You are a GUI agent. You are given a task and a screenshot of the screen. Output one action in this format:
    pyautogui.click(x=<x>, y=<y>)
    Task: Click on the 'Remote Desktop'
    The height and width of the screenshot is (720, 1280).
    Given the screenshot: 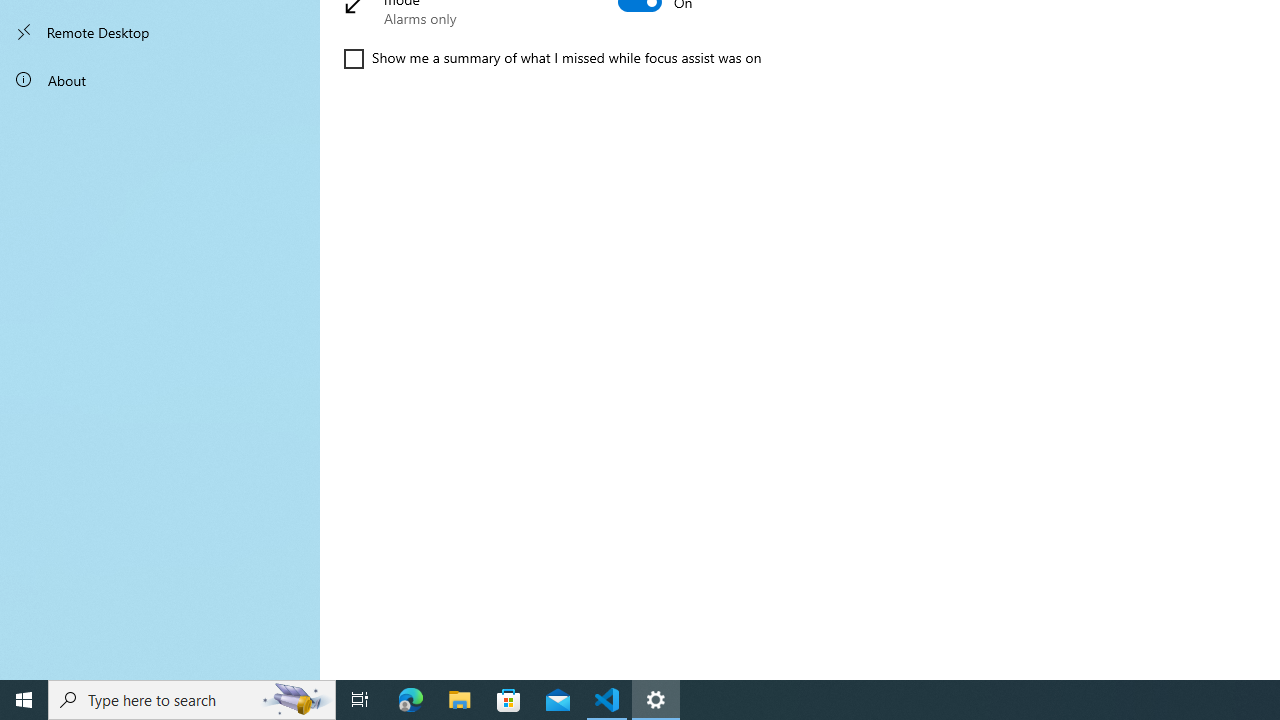 What is the action you would take?
    pyautogui.click(x=160, y=32)
    